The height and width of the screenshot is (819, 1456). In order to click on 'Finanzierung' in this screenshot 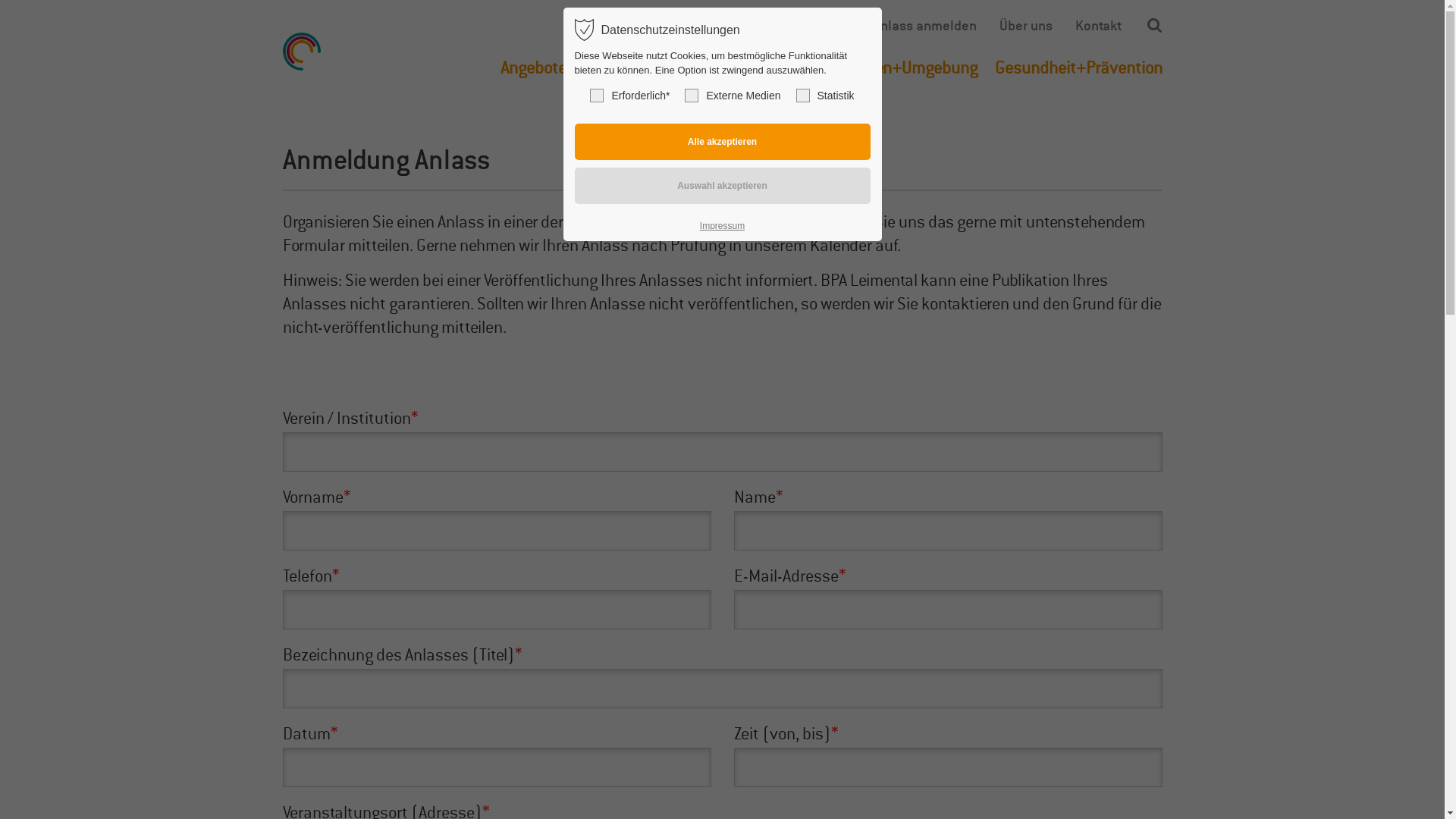, I will do `click(629, 67)`.